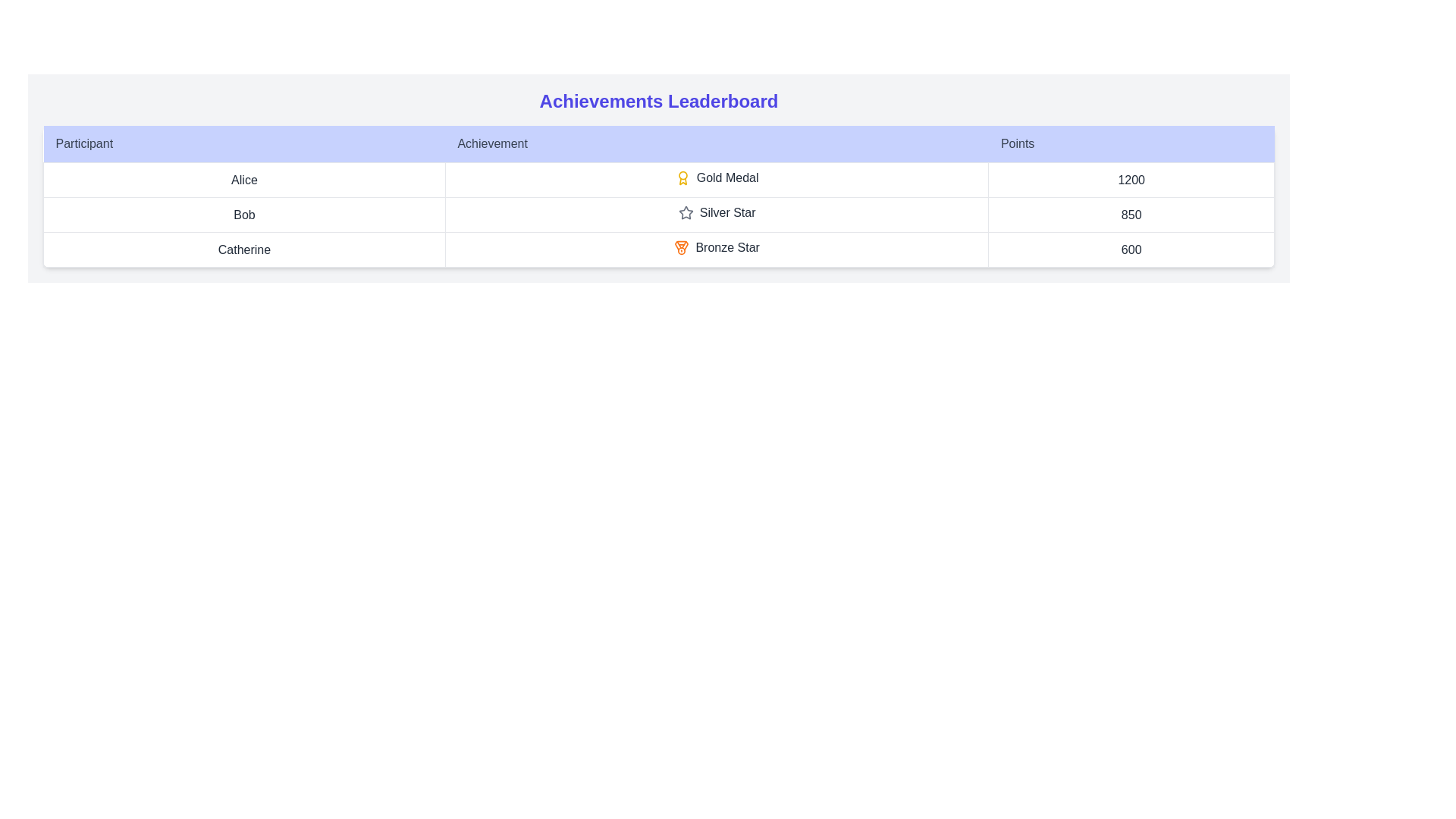 The width and height of the screenshot is (1456, 819). Describe the element at coordinates (244, 215) in the screenshot. I see `the non-interactive label displaying the participant's name 'Bob' located in the second row of the leaderboard table under the 'Participant' header` at that location.